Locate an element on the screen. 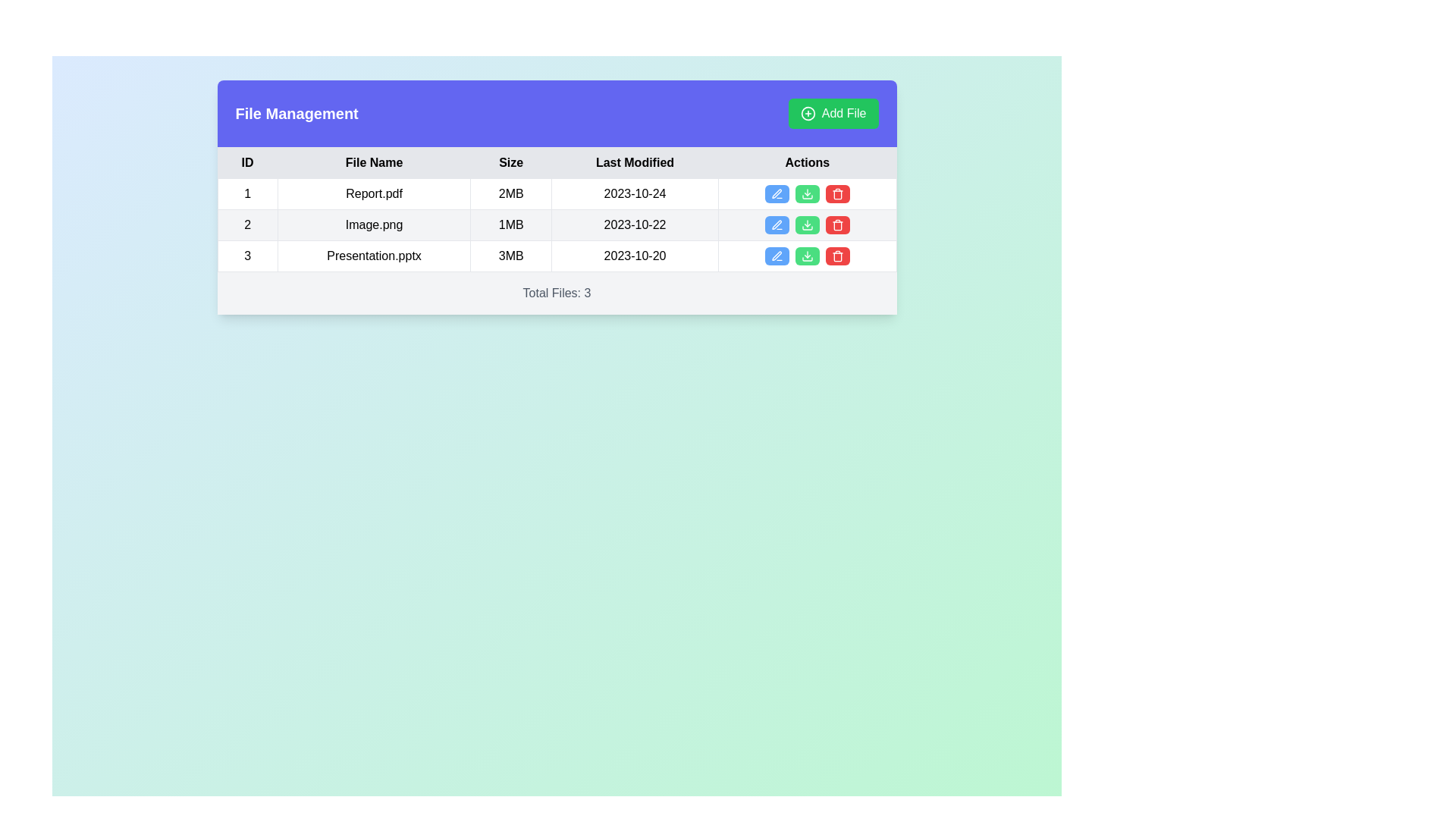 This screenshot has height=819, width=1456. the edit button with an icon in the 'Actions' column of the third row corresponding to the 'Presentation.pptx' file entry to initiate editing is located at coordinates (777, 256).